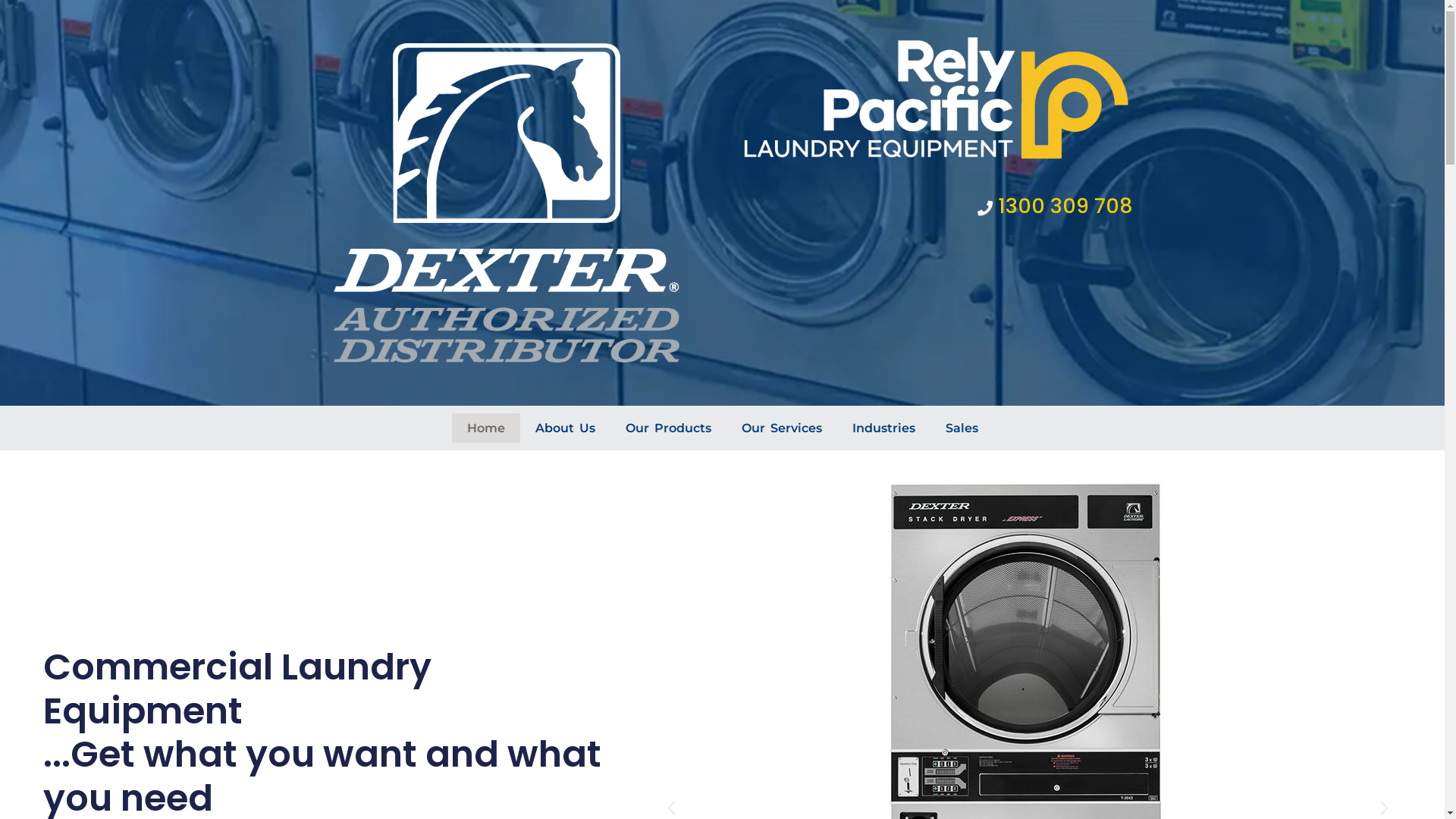 The image size is (1456, 819). I want to click on 'Sales', so click(928, 428).